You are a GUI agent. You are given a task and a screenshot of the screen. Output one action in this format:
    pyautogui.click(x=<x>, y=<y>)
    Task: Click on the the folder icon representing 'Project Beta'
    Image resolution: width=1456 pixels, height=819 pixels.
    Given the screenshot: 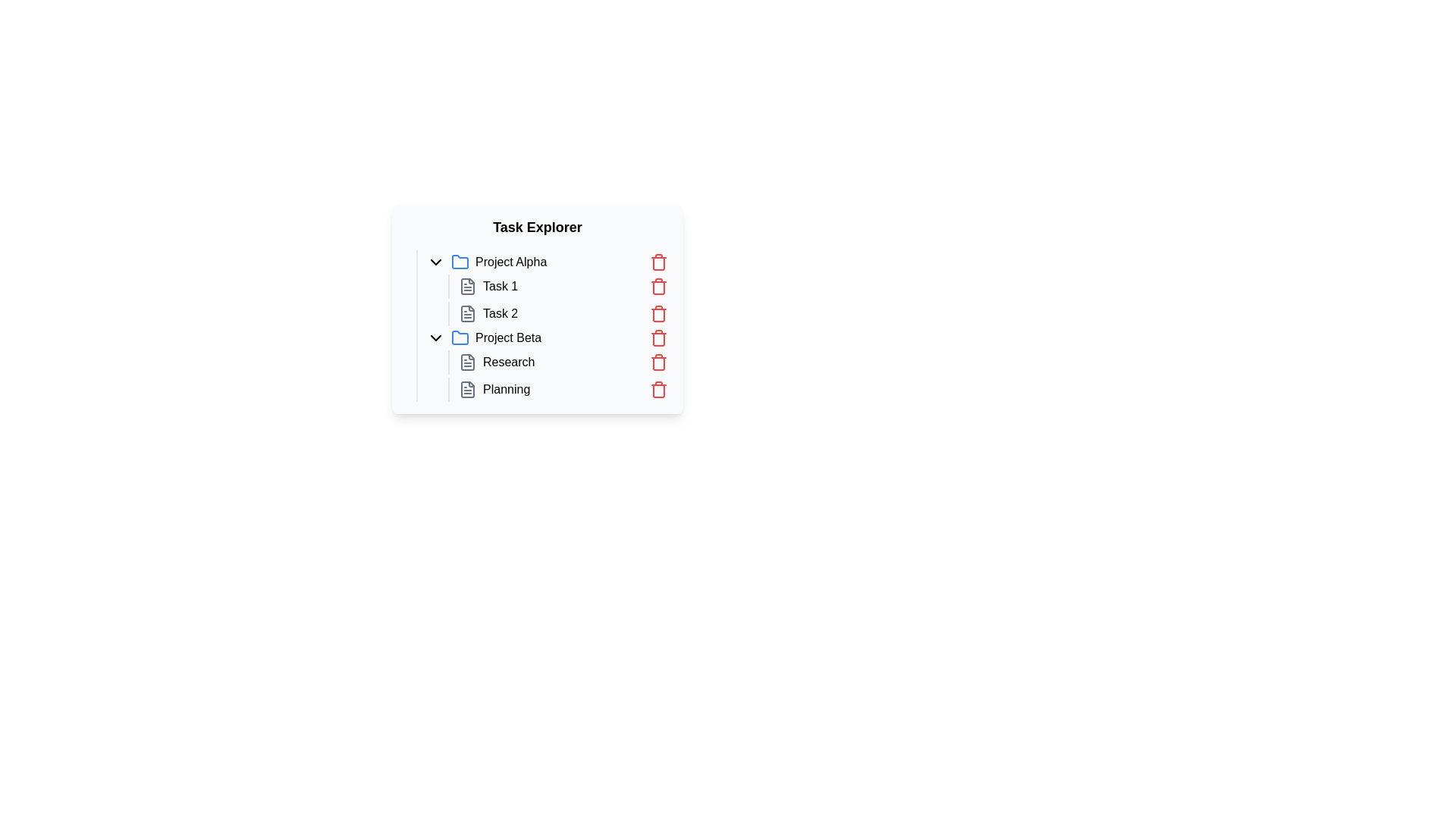 What is the action you would take?
    pyautogui.click(x=459, y=337)
    